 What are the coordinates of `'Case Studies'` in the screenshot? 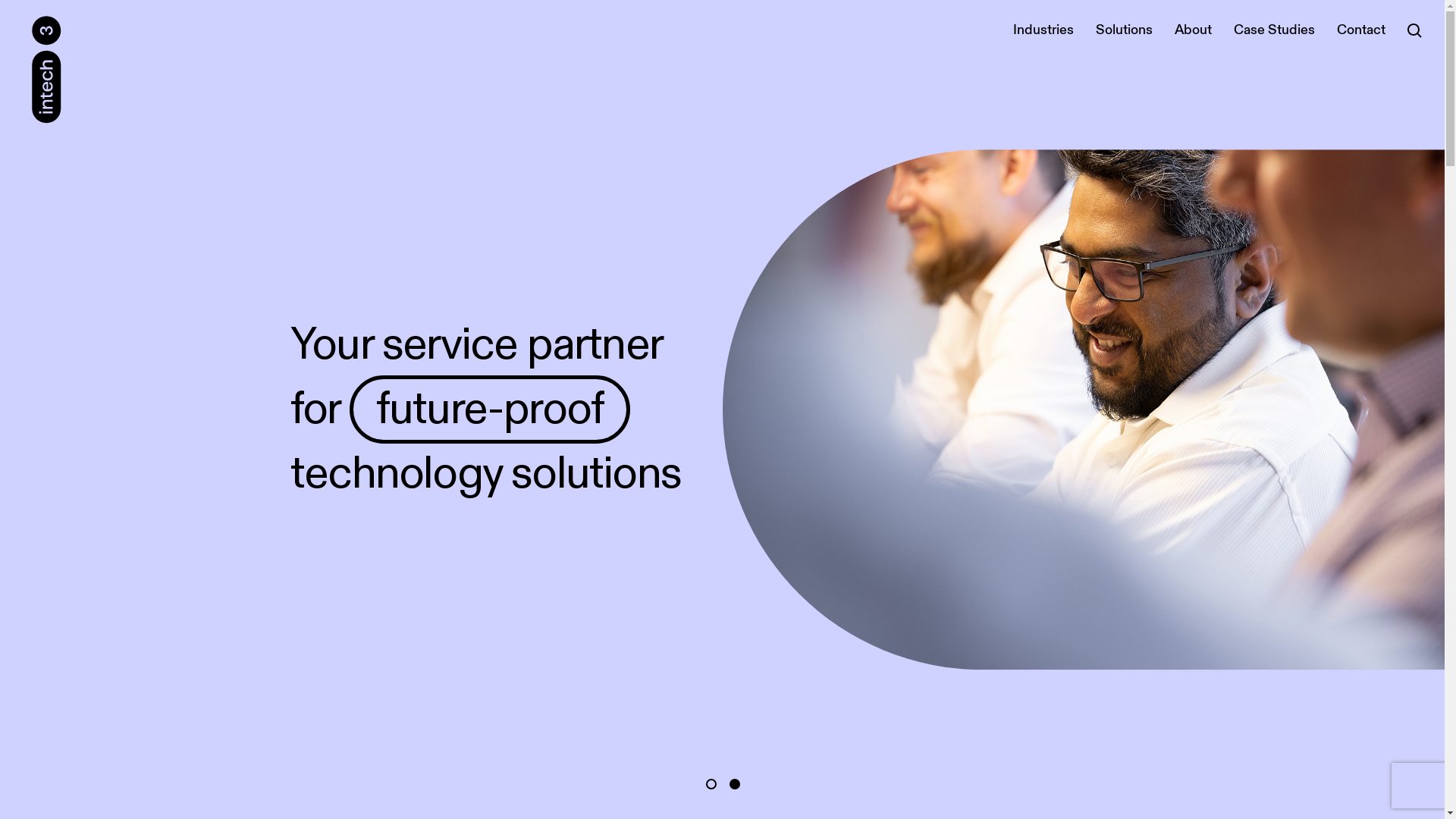 It's located at (1274, 30).